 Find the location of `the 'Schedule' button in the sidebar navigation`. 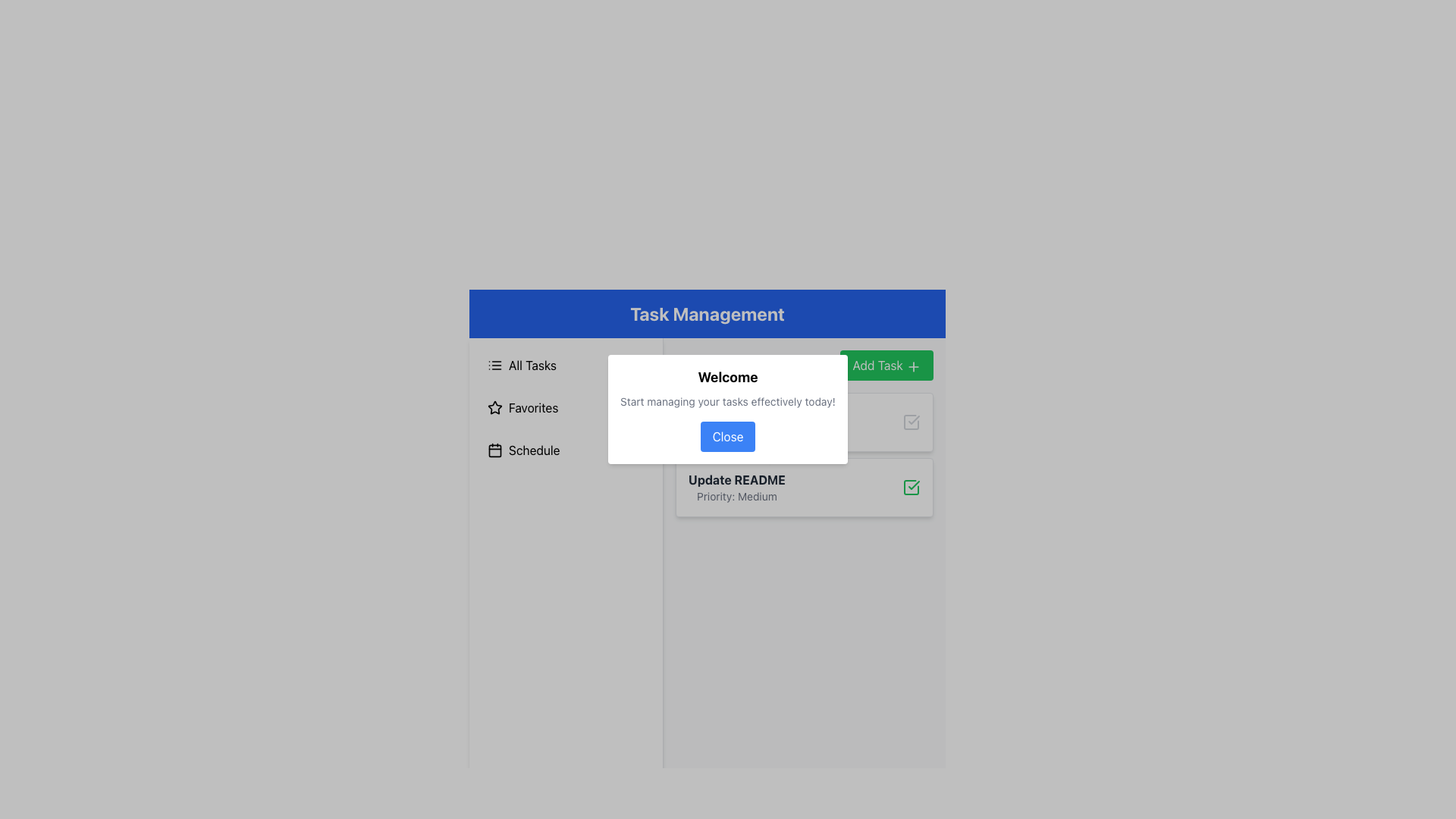

the 'Schedule' button in the sidebar navigation is located at coordinates (523, 450).